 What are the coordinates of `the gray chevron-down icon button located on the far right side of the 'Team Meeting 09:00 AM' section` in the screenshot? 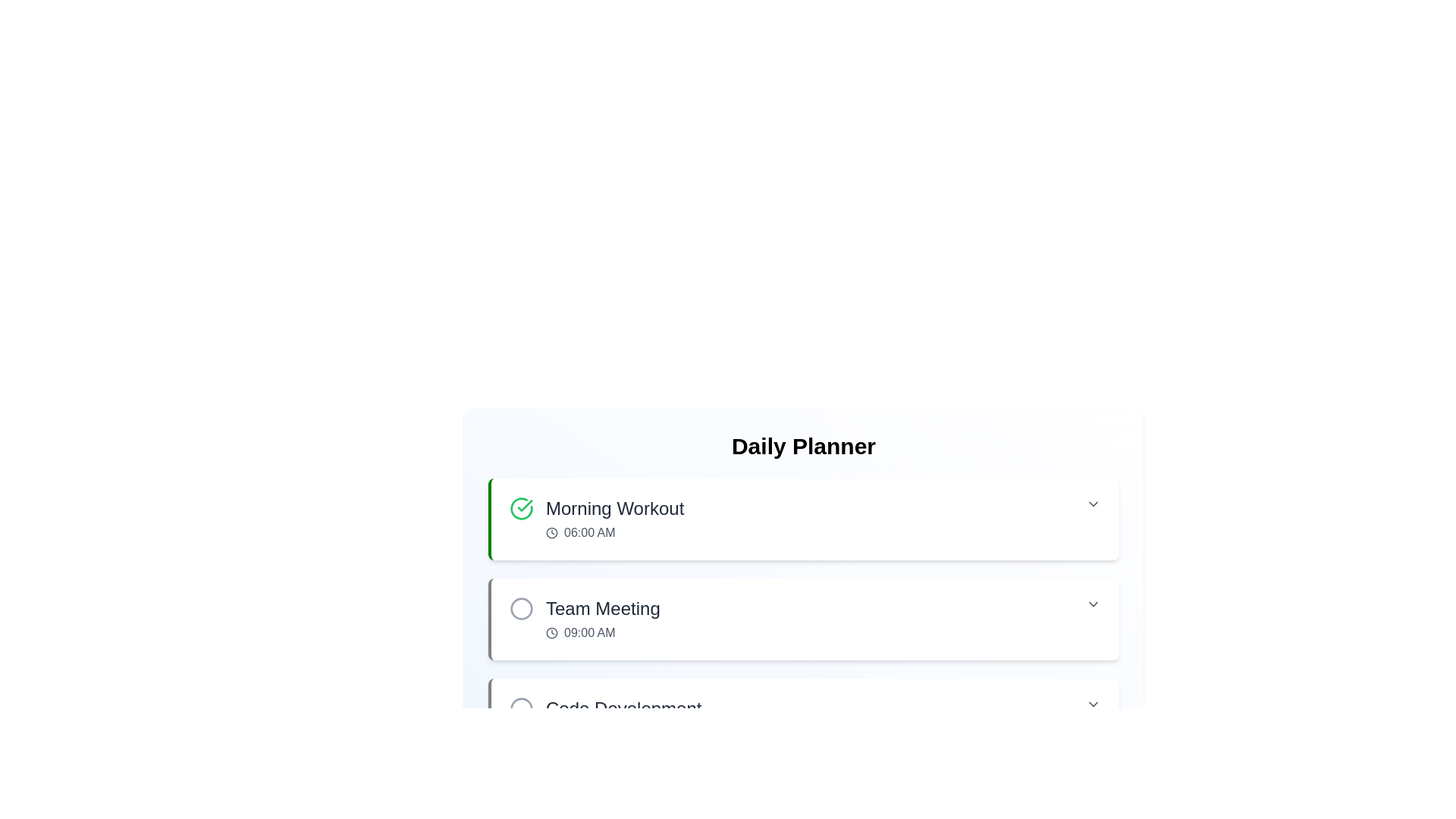 It's located at (1093, 604).